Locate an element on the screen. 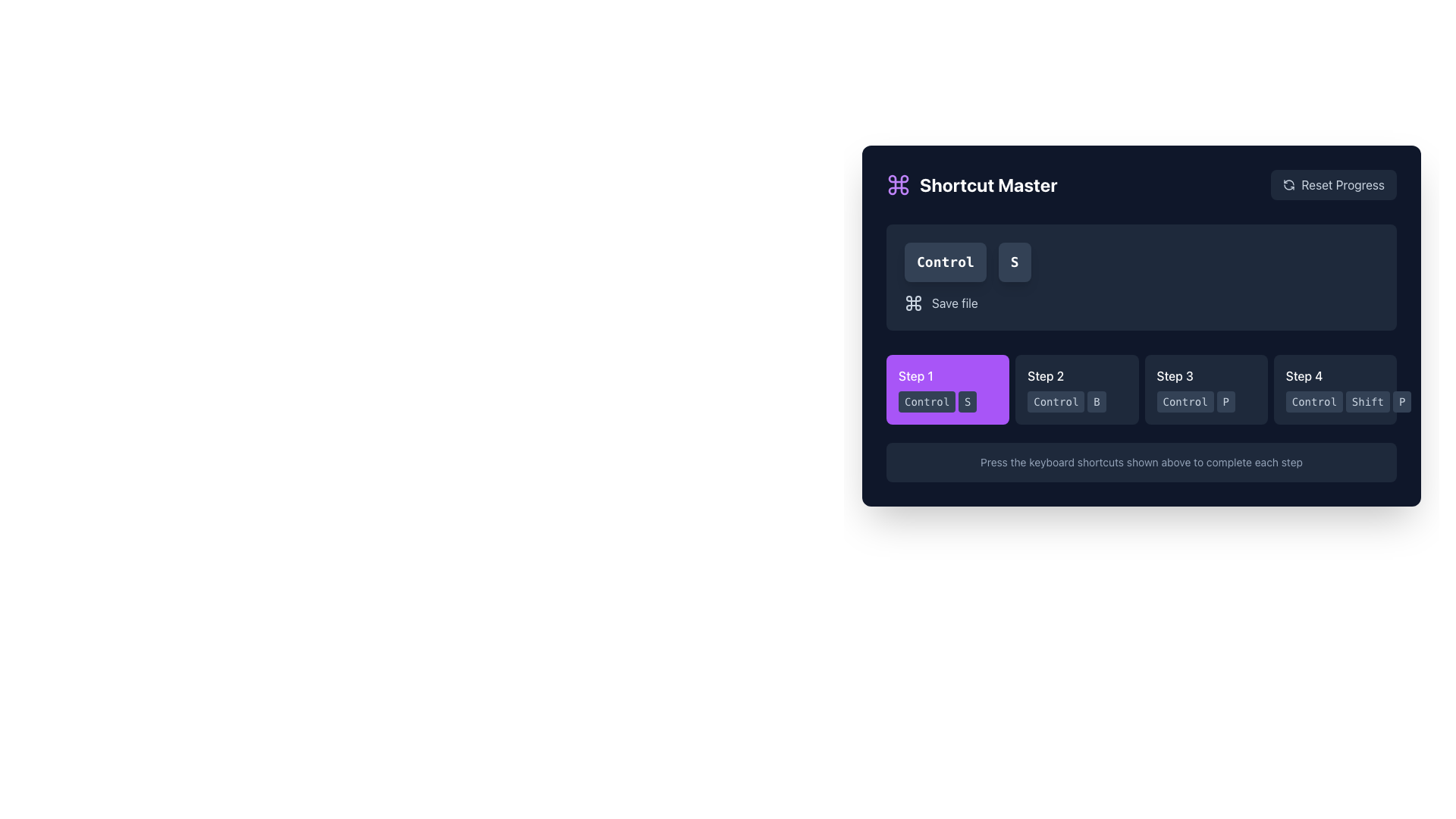 The width and height of the screenshot is (1456, 819). the 'Shift' button-like label, which is a small, rounded rectangle with a dark slate-gray background and light gray text, located in the bottom-right area of the 'Shortcut Master' panel is located at coordinates (1367, 400).